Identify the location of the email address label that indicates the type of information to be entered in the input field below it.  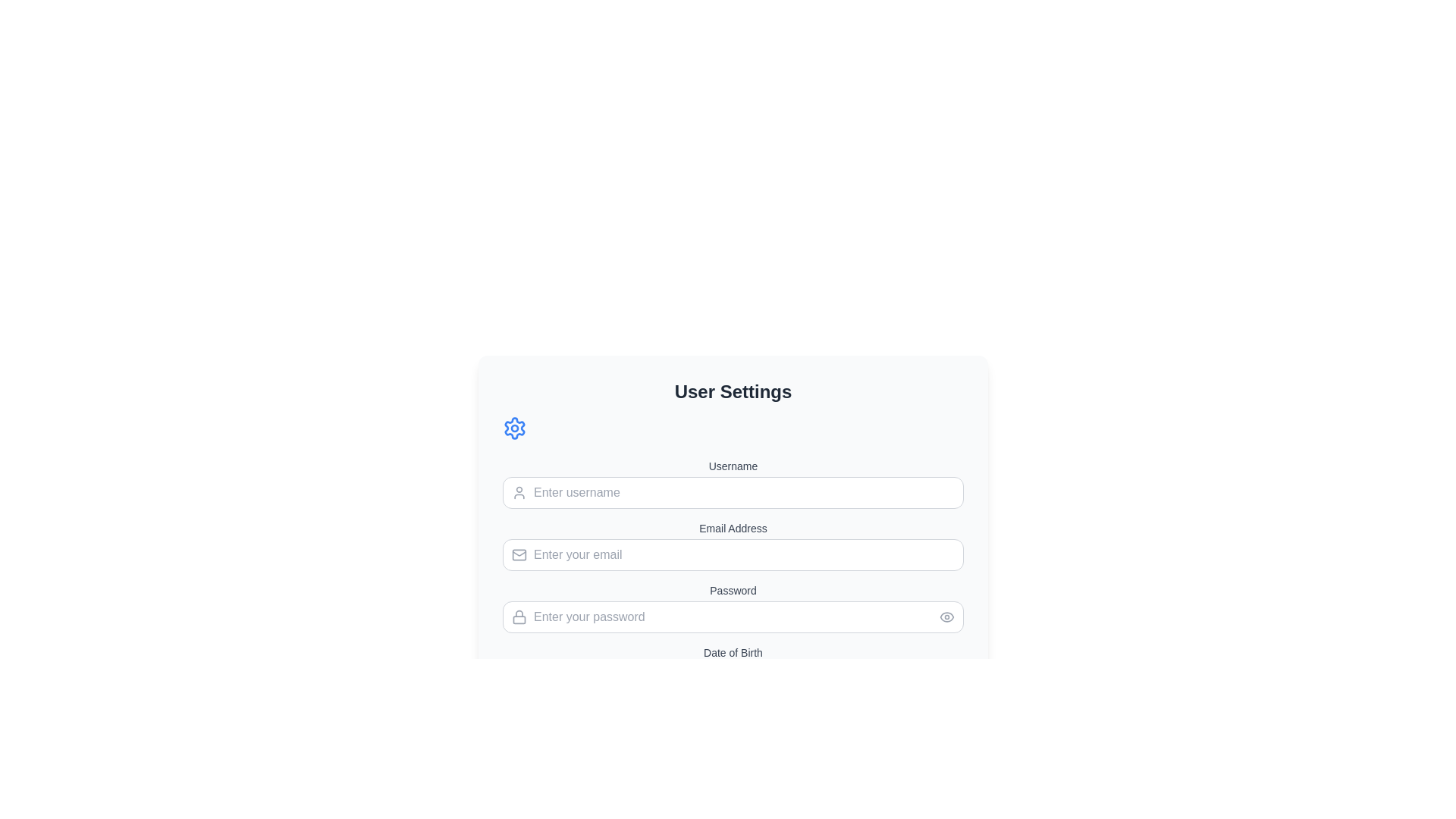
(733, 528).